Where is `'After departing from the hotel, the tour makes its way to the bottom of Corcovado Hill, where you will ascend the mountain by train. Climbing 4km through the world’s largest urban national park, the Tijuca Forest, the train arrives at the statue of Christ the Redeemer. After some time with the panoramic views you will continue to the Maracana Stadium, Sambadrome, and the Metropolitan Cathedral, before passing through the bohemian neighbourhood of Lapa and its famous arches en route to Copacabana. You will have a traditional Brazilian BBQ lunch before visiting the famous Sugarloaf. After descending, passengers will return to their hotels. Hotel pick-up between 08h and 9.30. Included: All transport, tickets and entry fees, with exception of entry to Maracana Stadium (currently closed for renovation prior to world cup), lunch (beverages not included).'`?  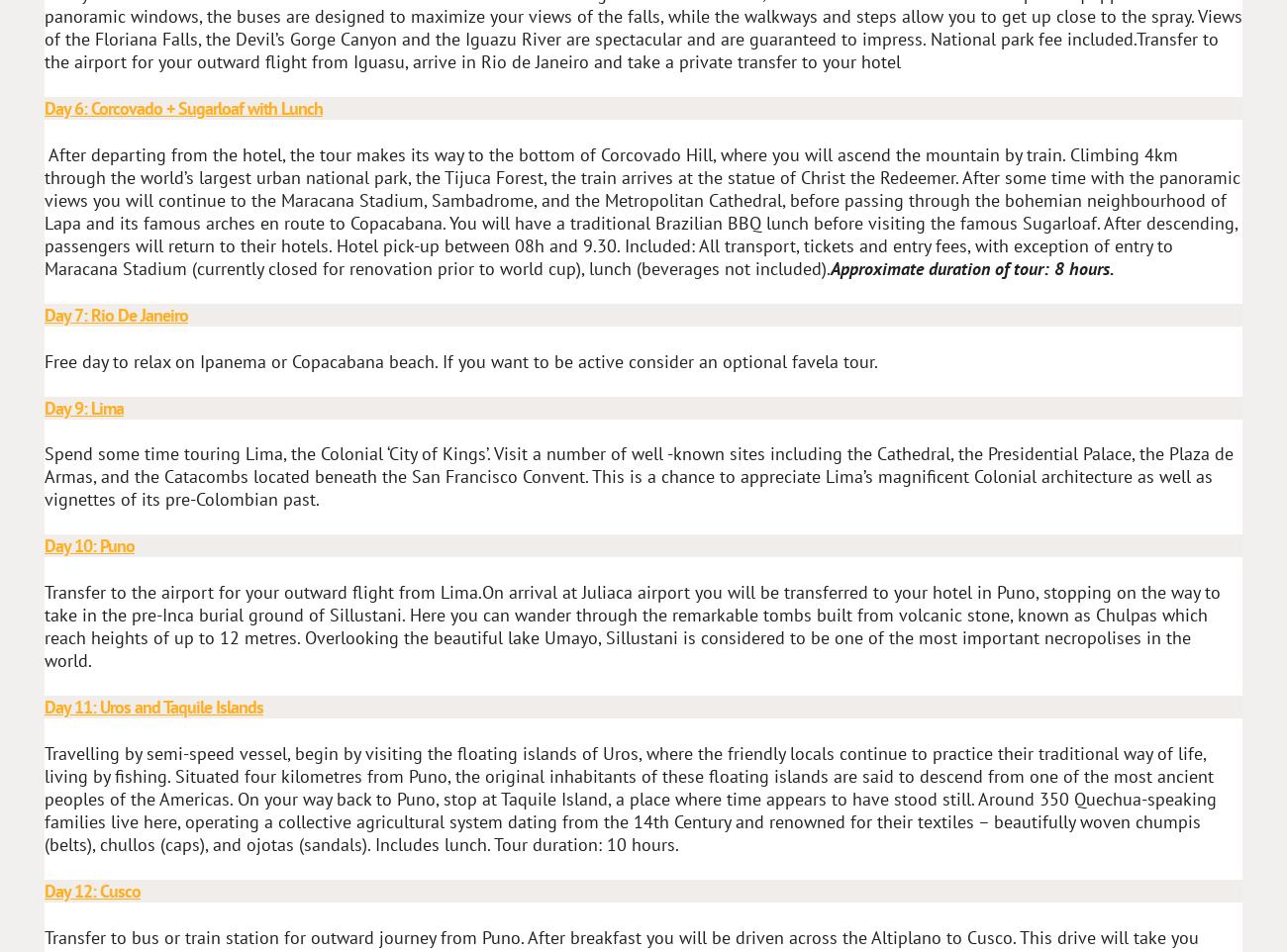
'After departing from the hotel, the tour makes its way to the bottom of Corcovado Hill, where you will ascend the mountain by train. Climbing 4km through the world’s largest urban national park, the Tijuca Forest, the train arrives at the statue of Christ the Redeemer. After some time with the panoramic views you will continue to the Maracana Stadium, Sambadrome, and the Metropolitan Cathedral, before passing through the bohemian neighbourhood of Lapa and its famous arches en route to Copacabana. You will have a traditional Brazilian BBQ lunch before visiting the famous Sugarloaf. After descending, passengers will return to their hotels. Hotel pick-up between 08h and 9.30. Included: All transport, tickets and entry fees, with exception of entry to Maracana Stadium (currently closed for renovation prior to world cup), lunch (beverages not included).' is located at coordinates (642, 209).